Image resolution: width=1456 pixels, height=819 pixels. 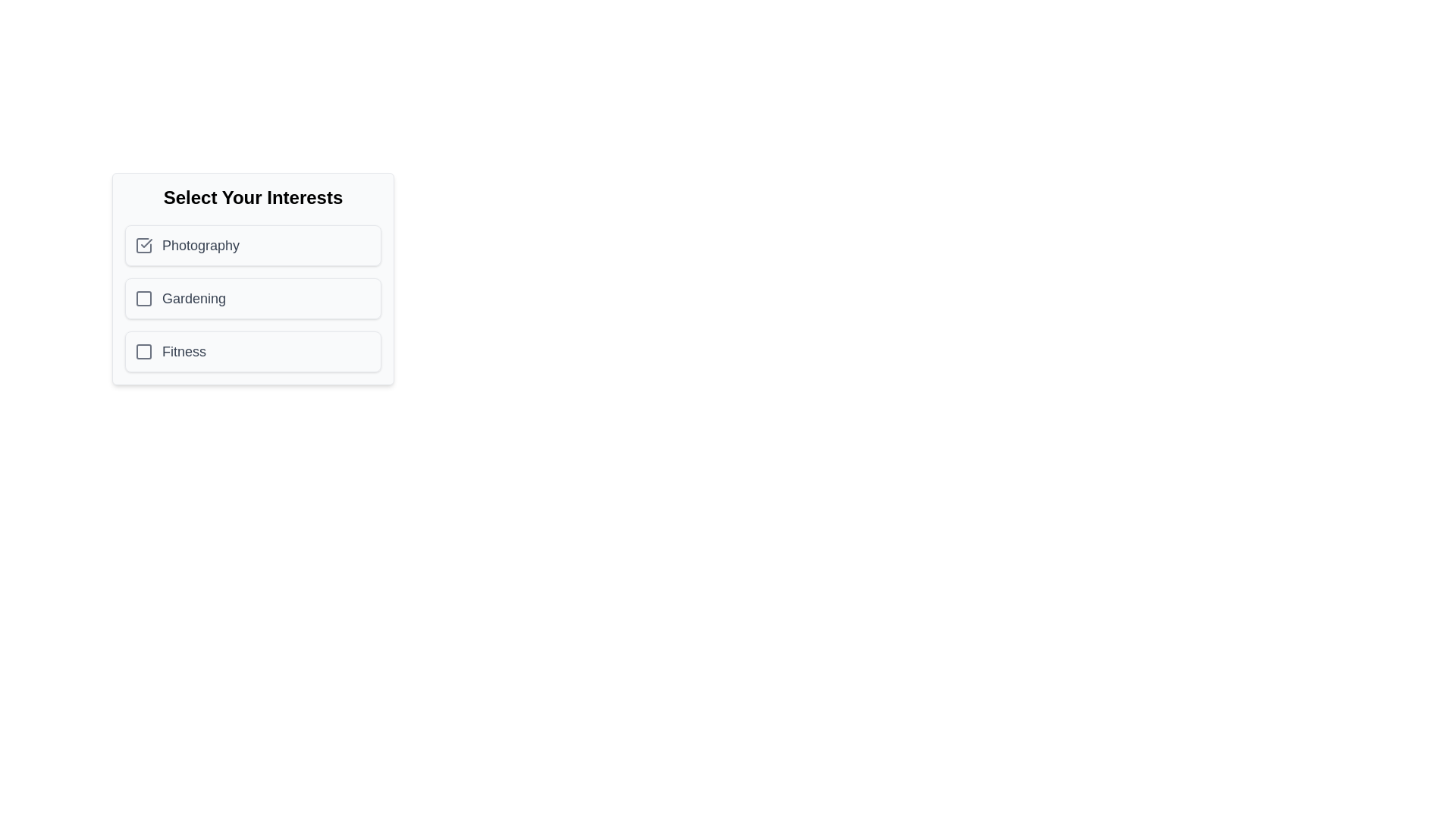 What do you see at coordinates (253, 245) in the screenshot?
I see `the 'Photography' interest to deselect it` at bounding box center [253, 245].